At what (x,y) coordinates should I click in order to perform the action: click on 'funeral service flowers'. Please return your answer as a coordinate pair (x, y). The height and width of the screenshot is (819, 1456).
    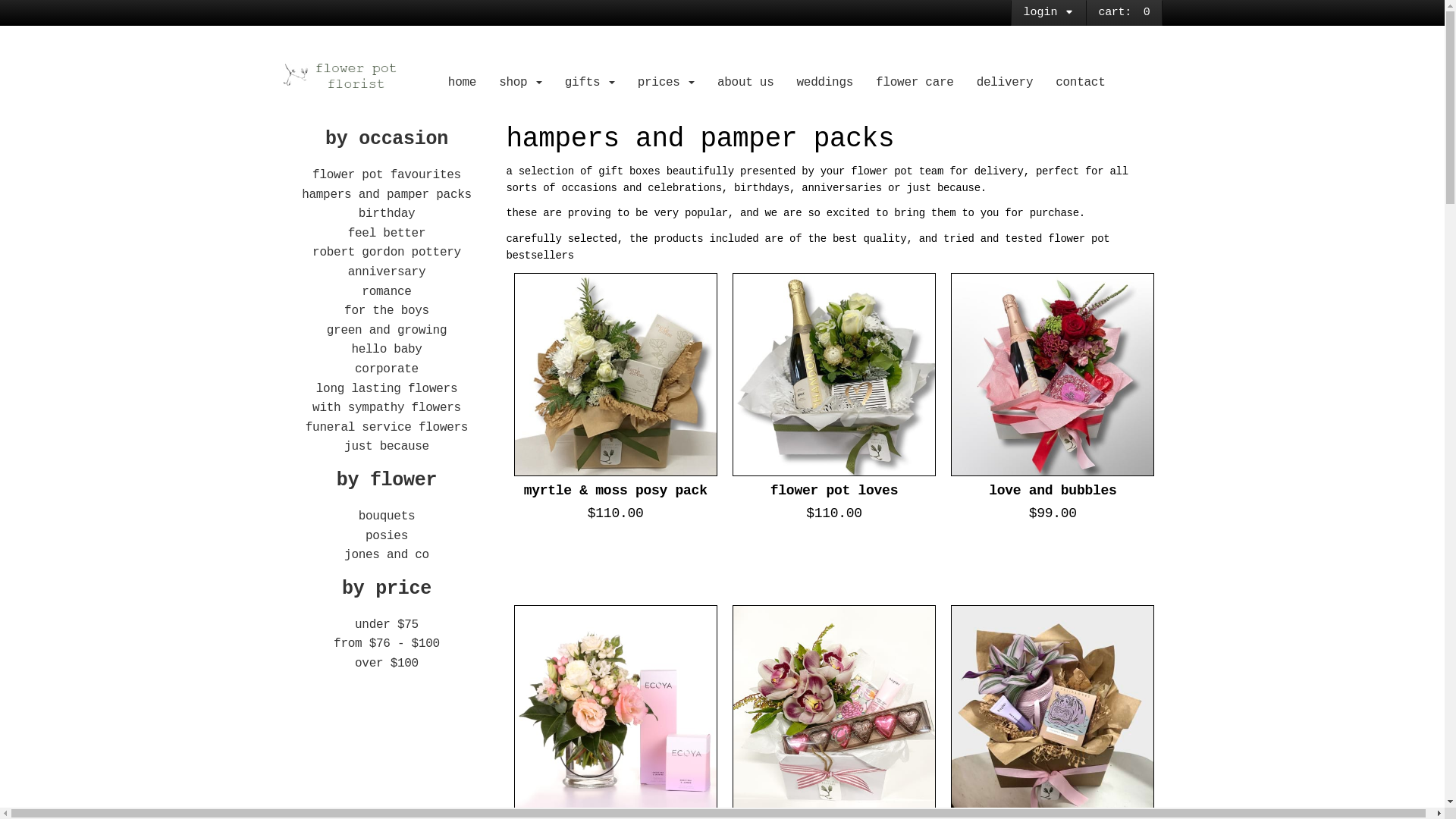
    Looking at the image, I should click on (386, 427).